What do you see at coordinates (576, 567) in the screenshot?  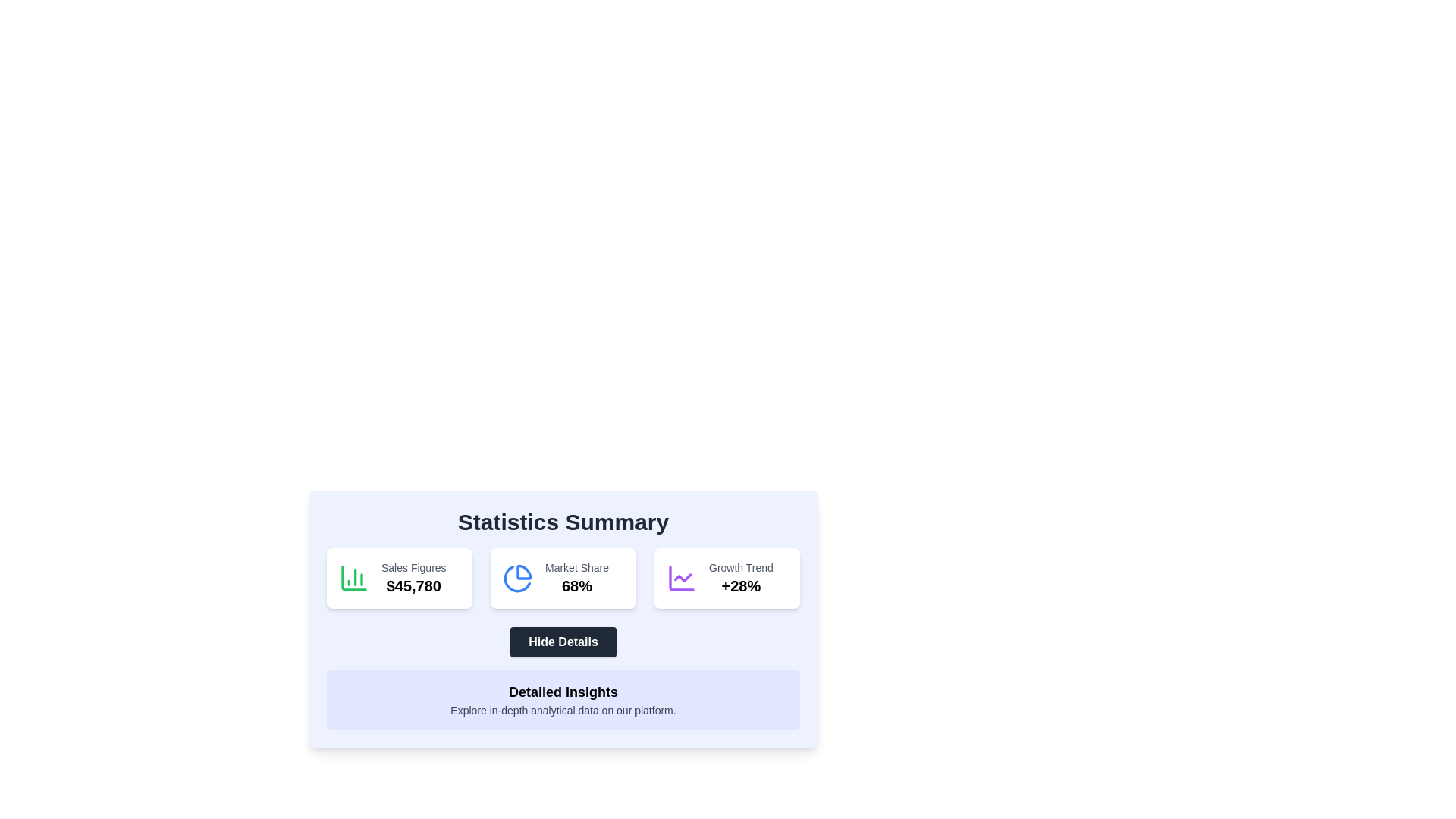 I see `the text label displaying 'Market Share' which is positioned above the numeric percentage '68%' in the middle column of the small card` at bounding box center [576, 567].